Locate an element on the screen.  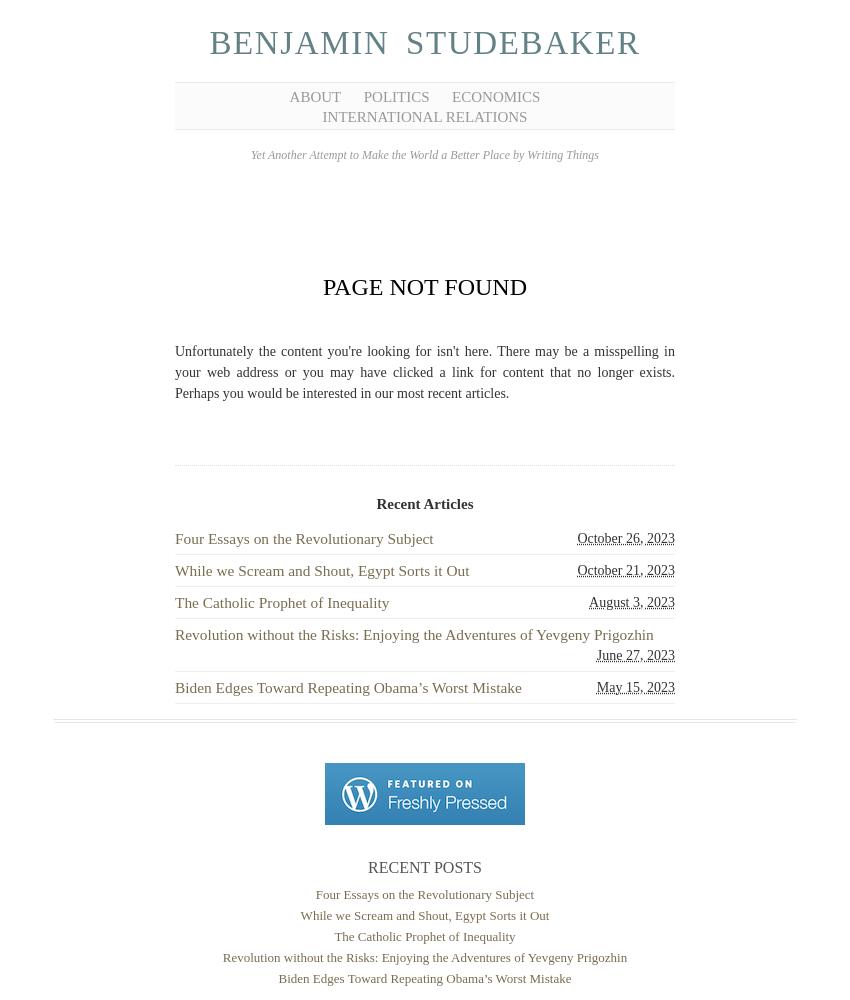
'About' is located at coordinates (315, 96).